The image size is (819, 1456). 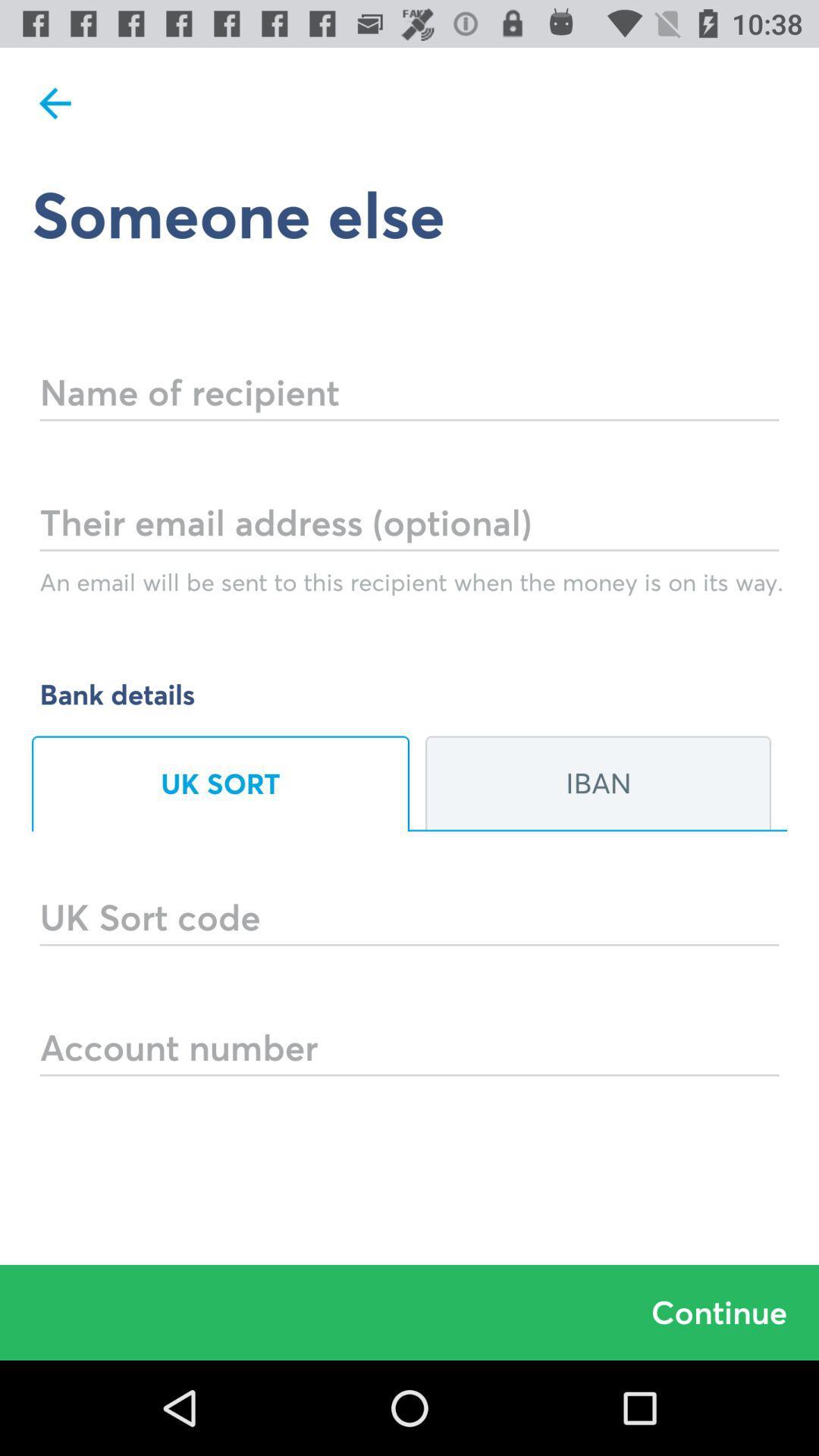 I want to click on the icon below the bank details icon, so click(x=598, y=783).